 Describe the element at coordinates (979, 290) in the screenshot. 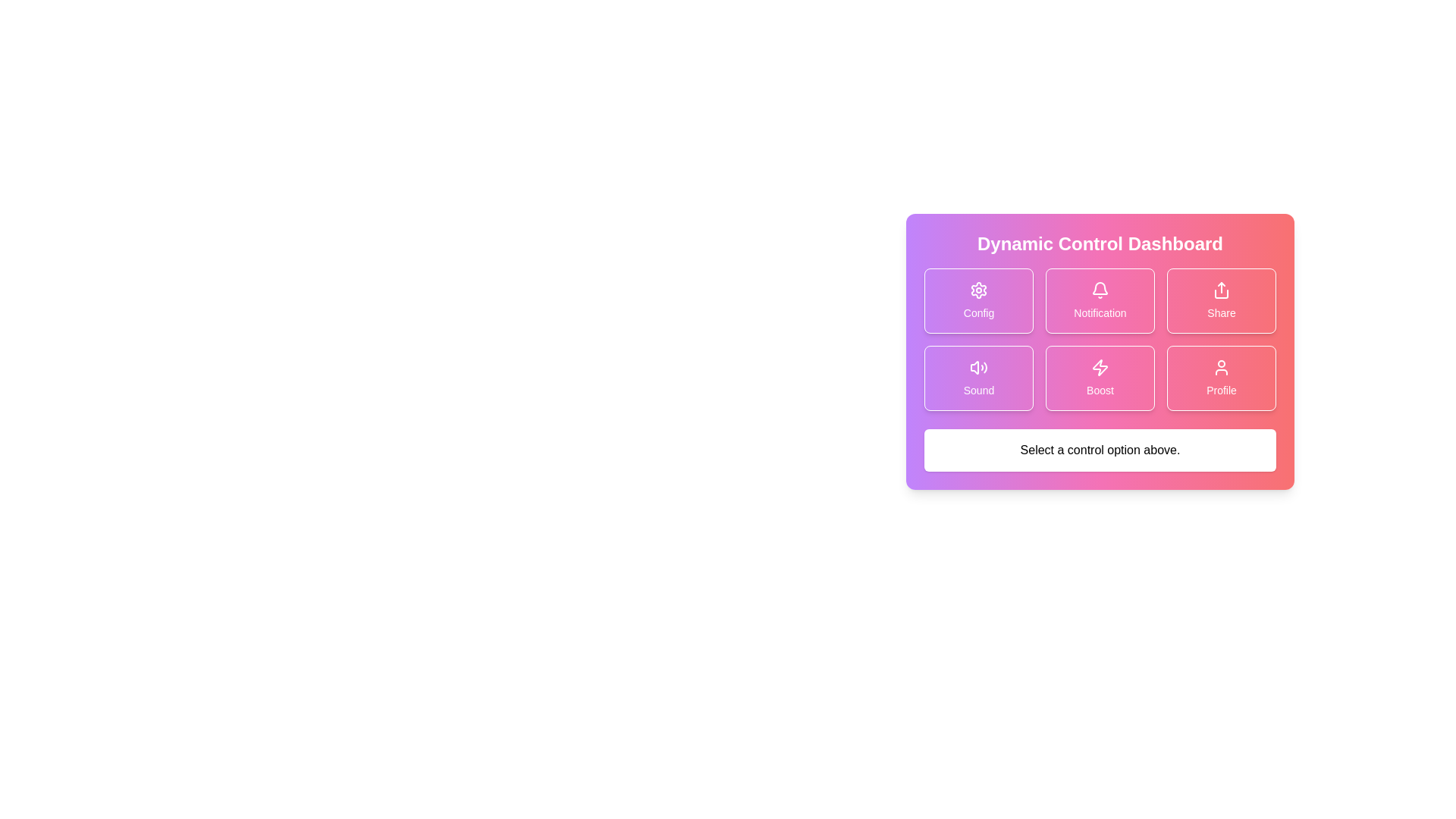

I see `the cogwheel icon within the 'Config' button` at that location.